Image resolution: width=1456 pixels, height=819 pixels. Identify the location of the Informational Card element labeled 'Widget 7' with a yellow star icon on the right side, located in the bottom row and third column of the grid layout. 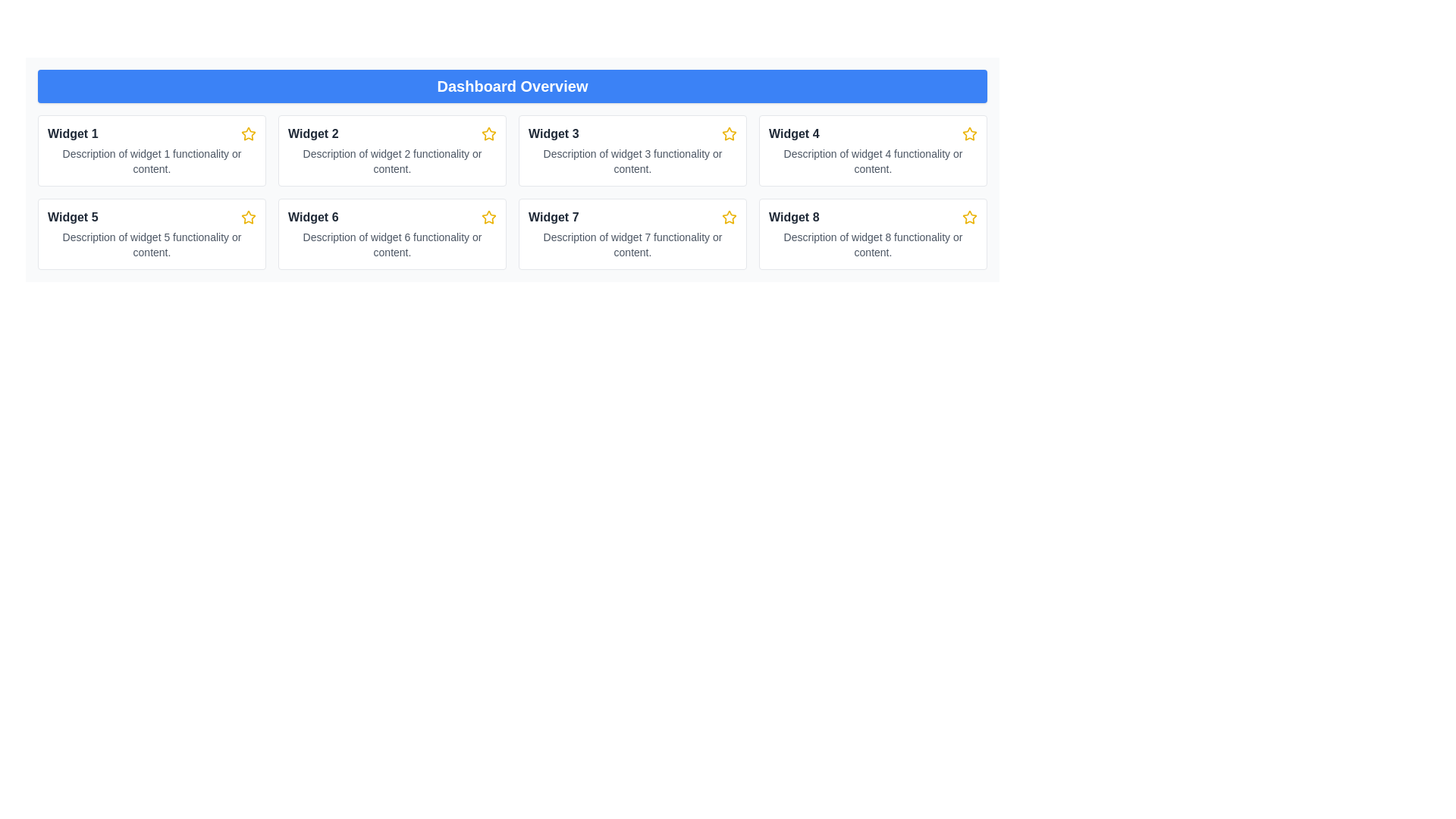
(632, 234).